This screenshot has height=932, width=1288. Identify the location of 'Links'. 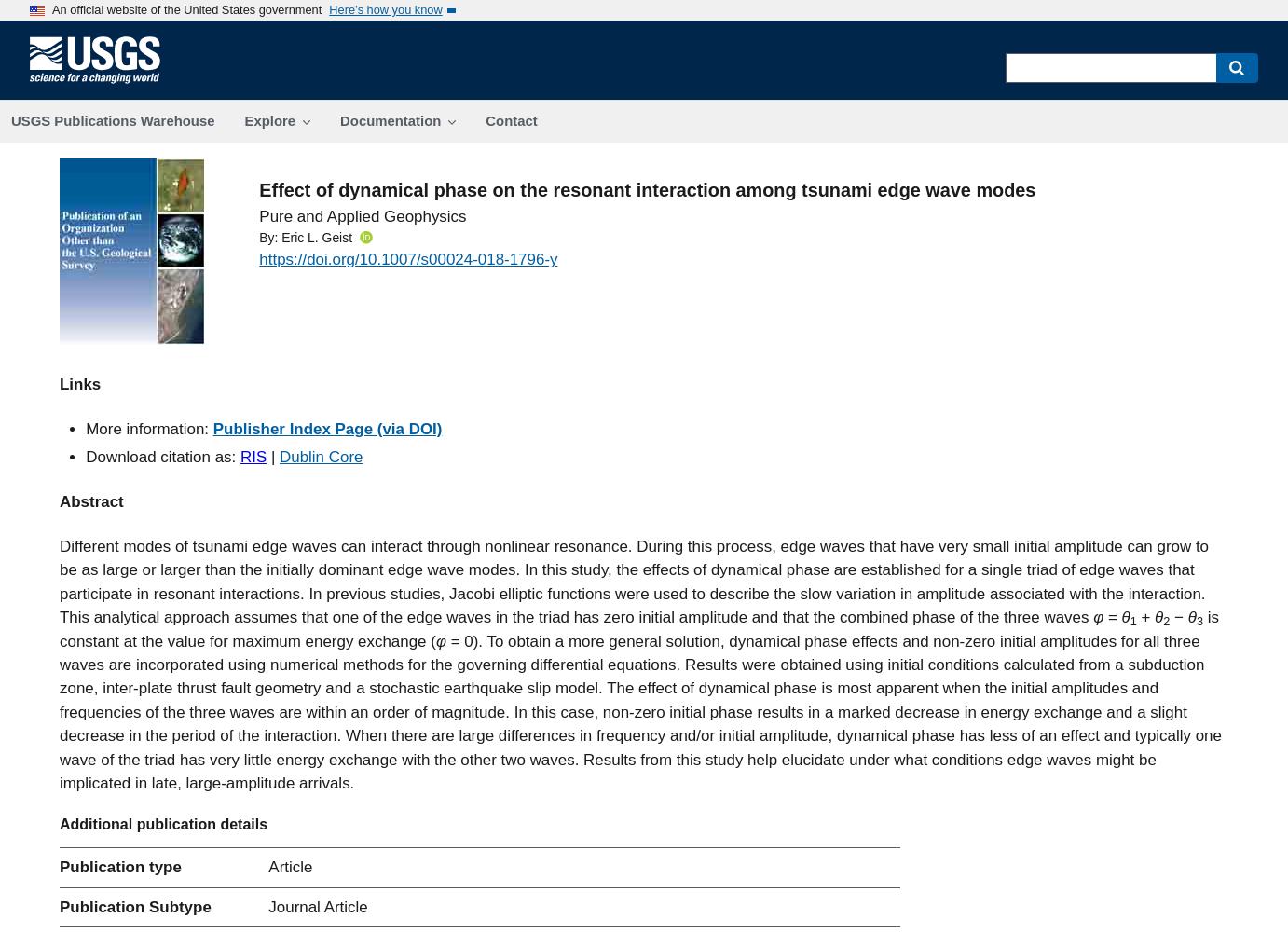
(58, 384).